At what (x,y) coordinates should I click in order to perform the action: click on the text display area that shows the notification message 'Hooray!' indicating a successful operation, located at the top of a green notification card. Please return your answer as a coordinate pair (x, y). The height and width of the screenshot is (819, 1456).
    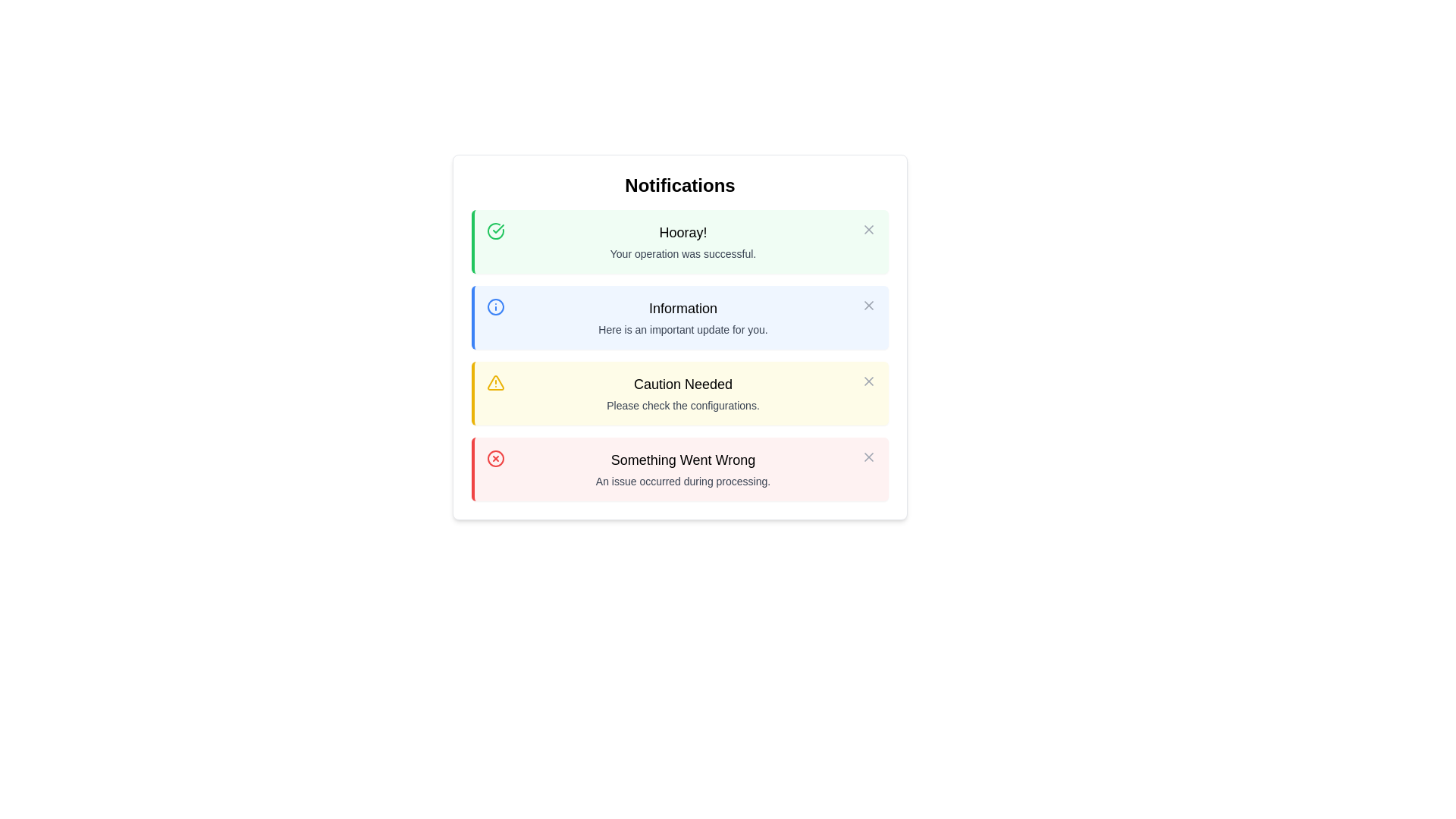
    Looking at the image, I should click on (682, 241).